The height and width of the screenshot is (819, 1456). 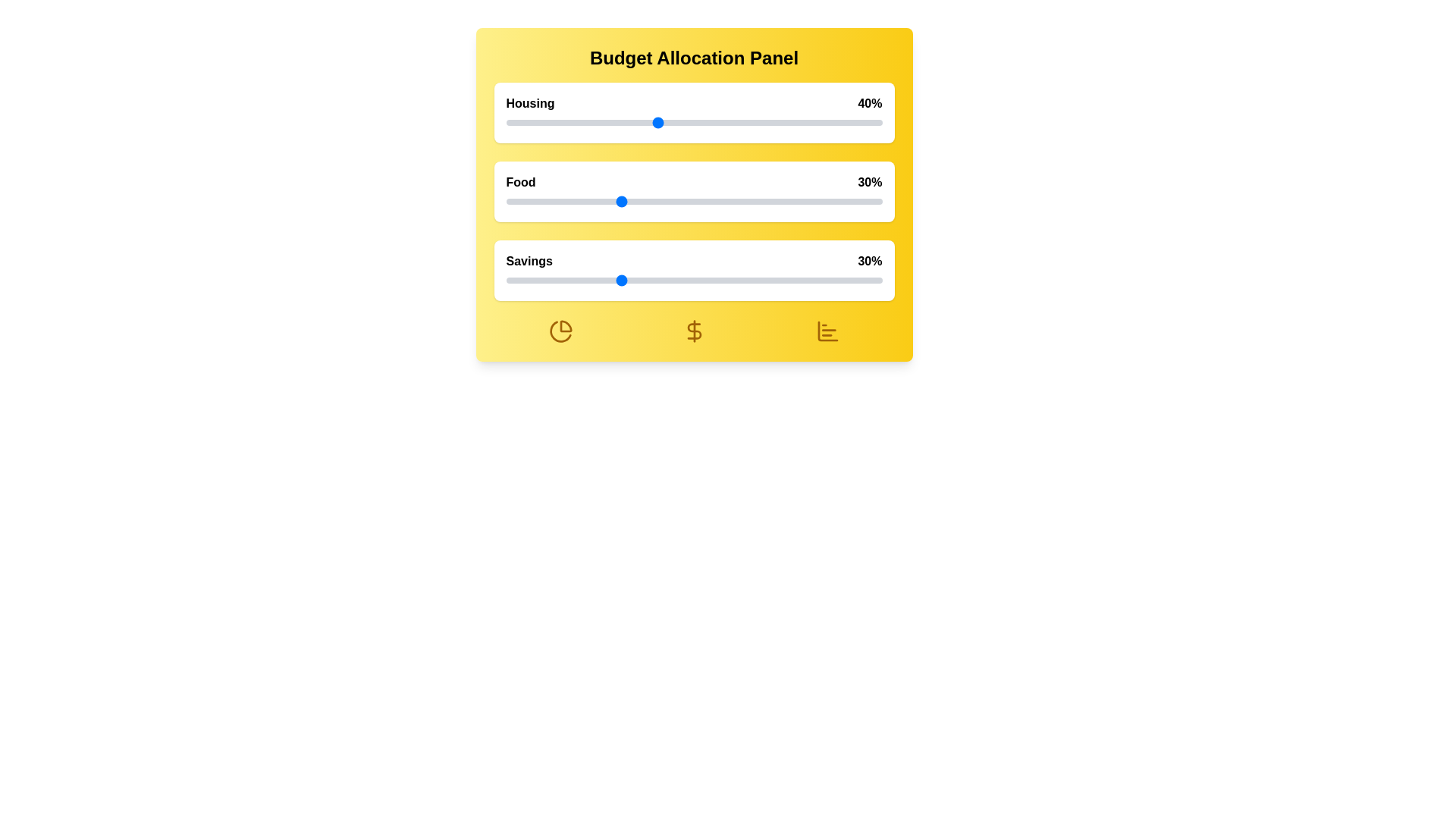 I want to click on the allocation percentage for 'Food', so click(x=599, y=201).